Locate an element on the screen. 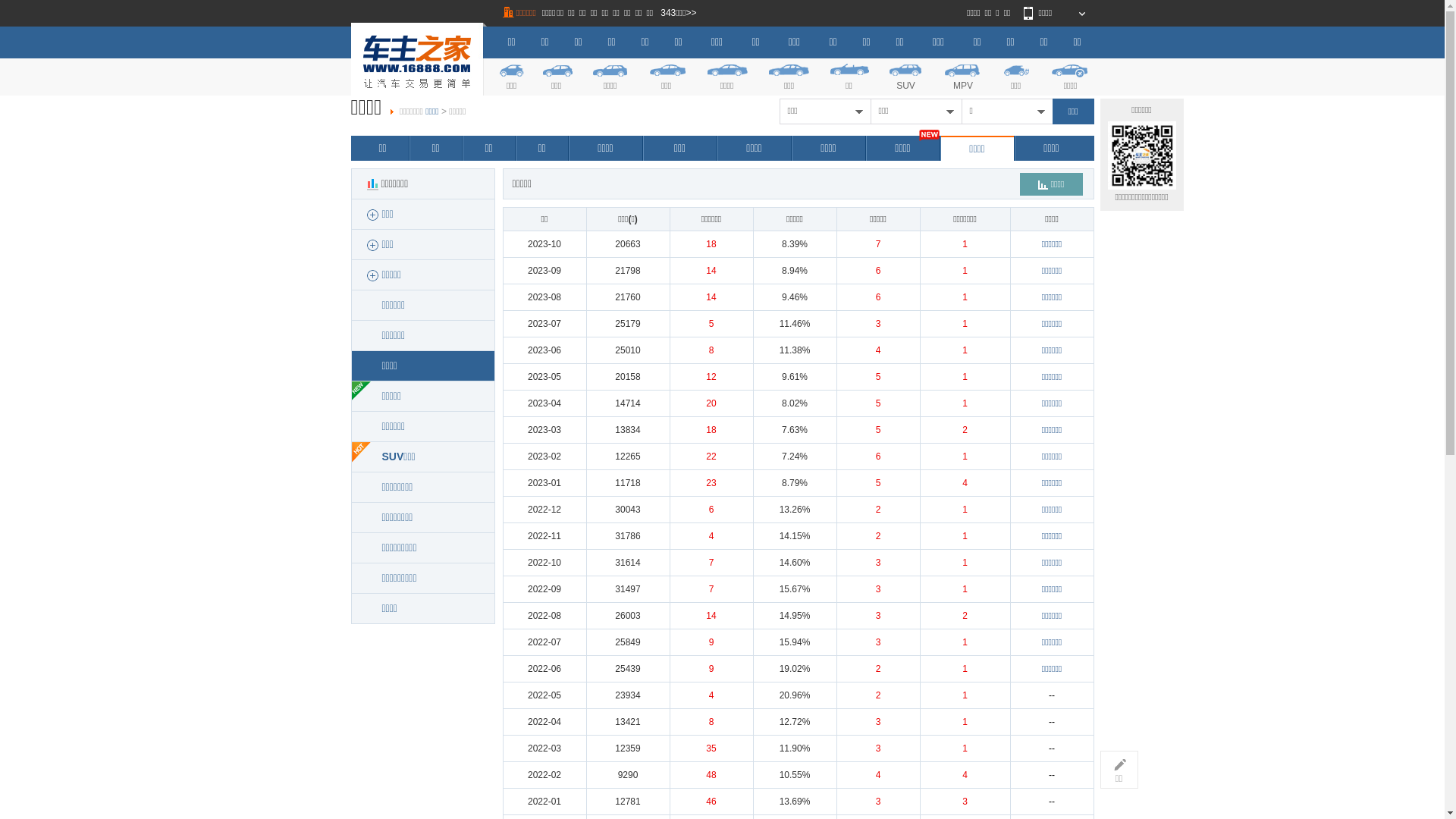 This screenshot has width=1456, height=819. '9' is located at coordinates (711, 668).